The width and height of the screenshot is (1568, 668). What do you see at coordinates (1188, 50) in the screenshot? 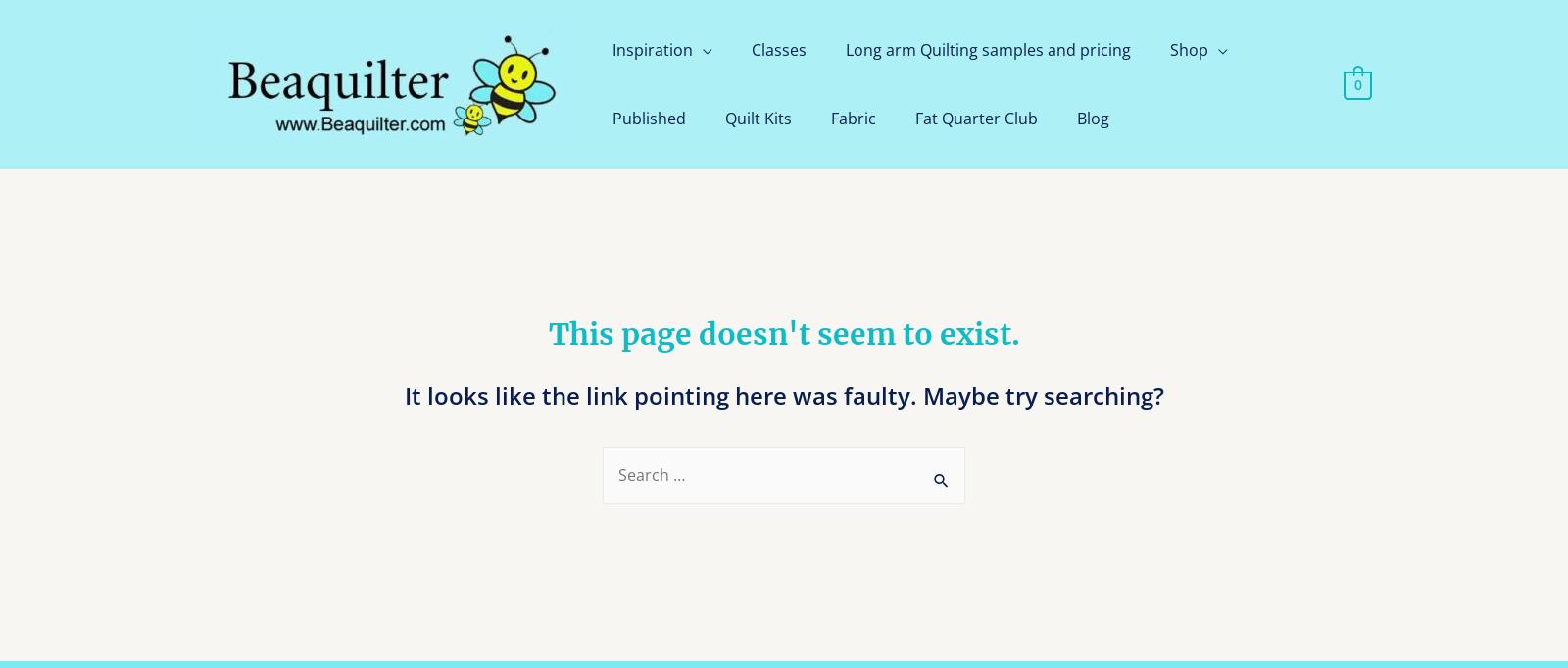
I see `'Shop'` at bounding box center [1188, 50].